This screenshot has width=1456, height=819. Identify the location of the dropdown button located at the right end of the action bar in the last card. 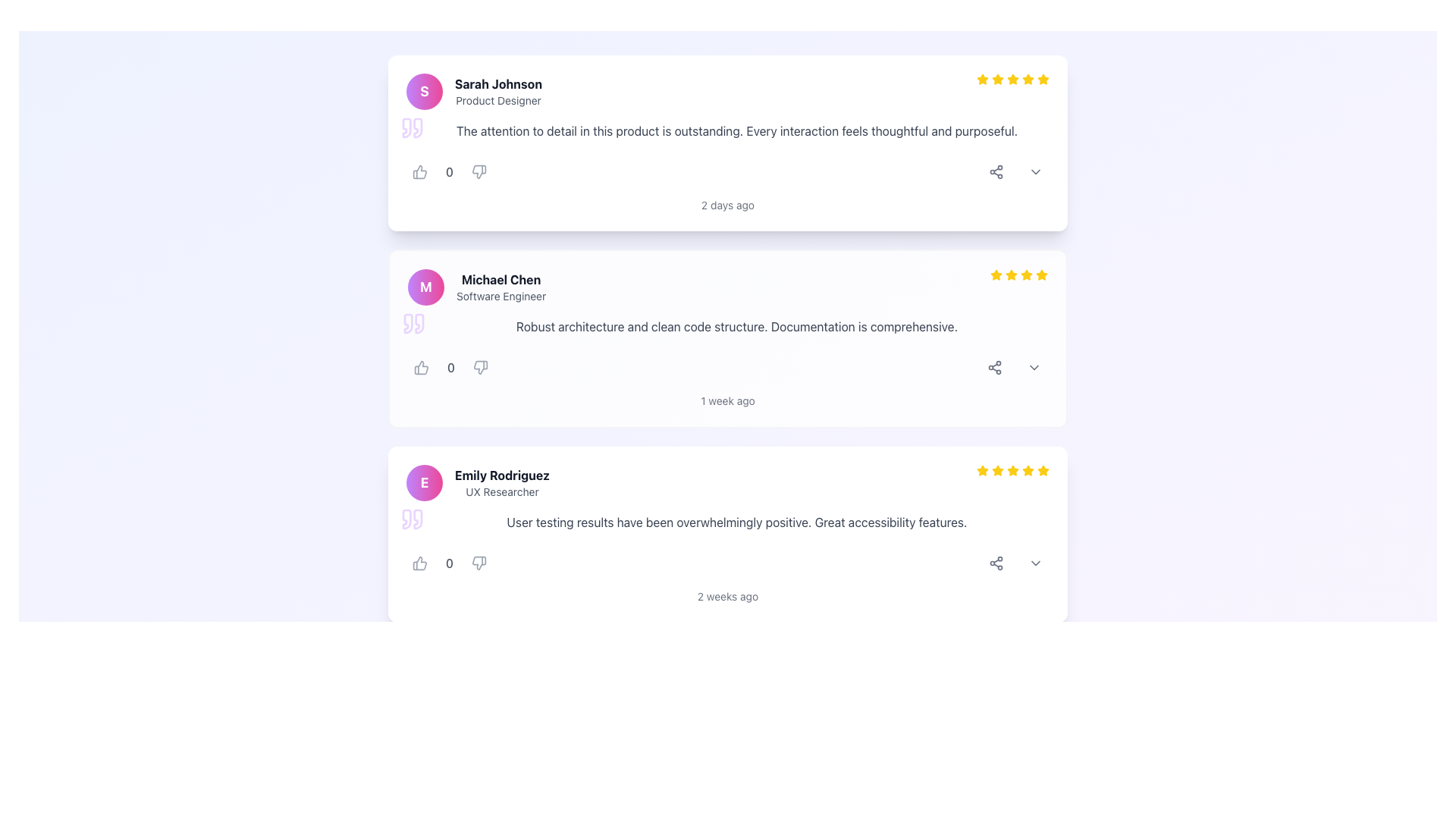
(1035, 563).